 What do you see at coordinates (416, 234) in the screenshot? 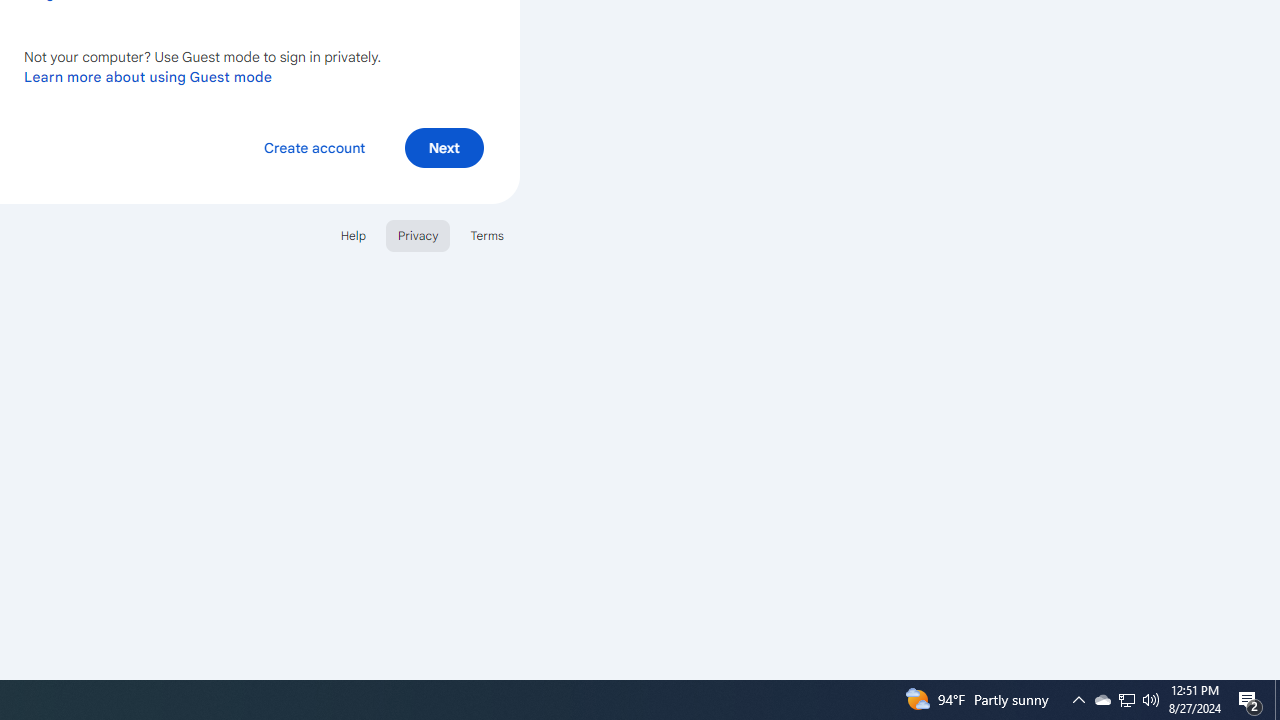
I see `'Privacy'` at bounding box center [416, 234].